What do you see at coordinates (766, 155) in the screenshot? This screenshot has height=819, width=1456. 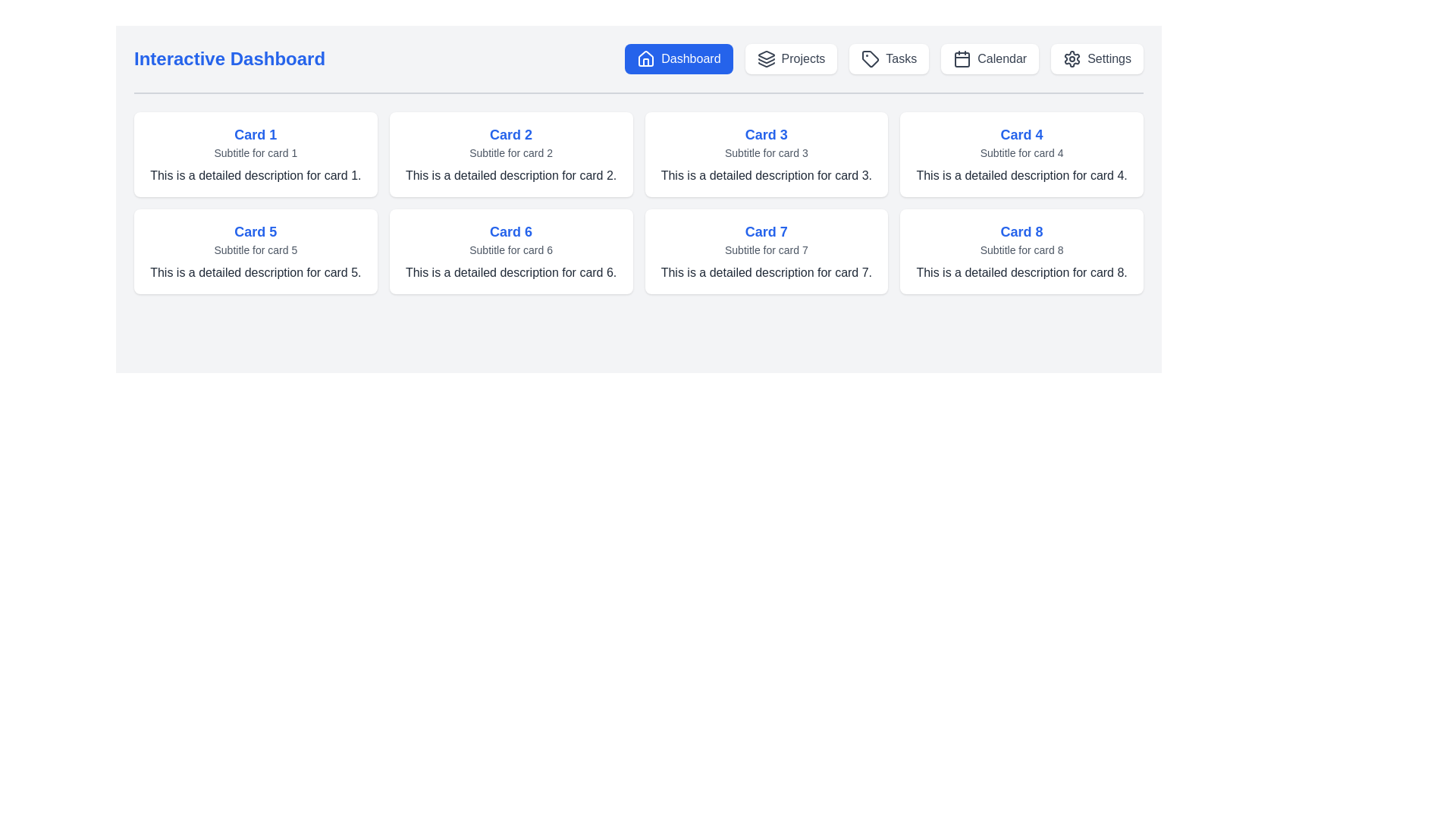 I see `the Card component located in the first row and third column of the grid, which has a white background and contains a title in bold blue` at bounding box center [766, 155].